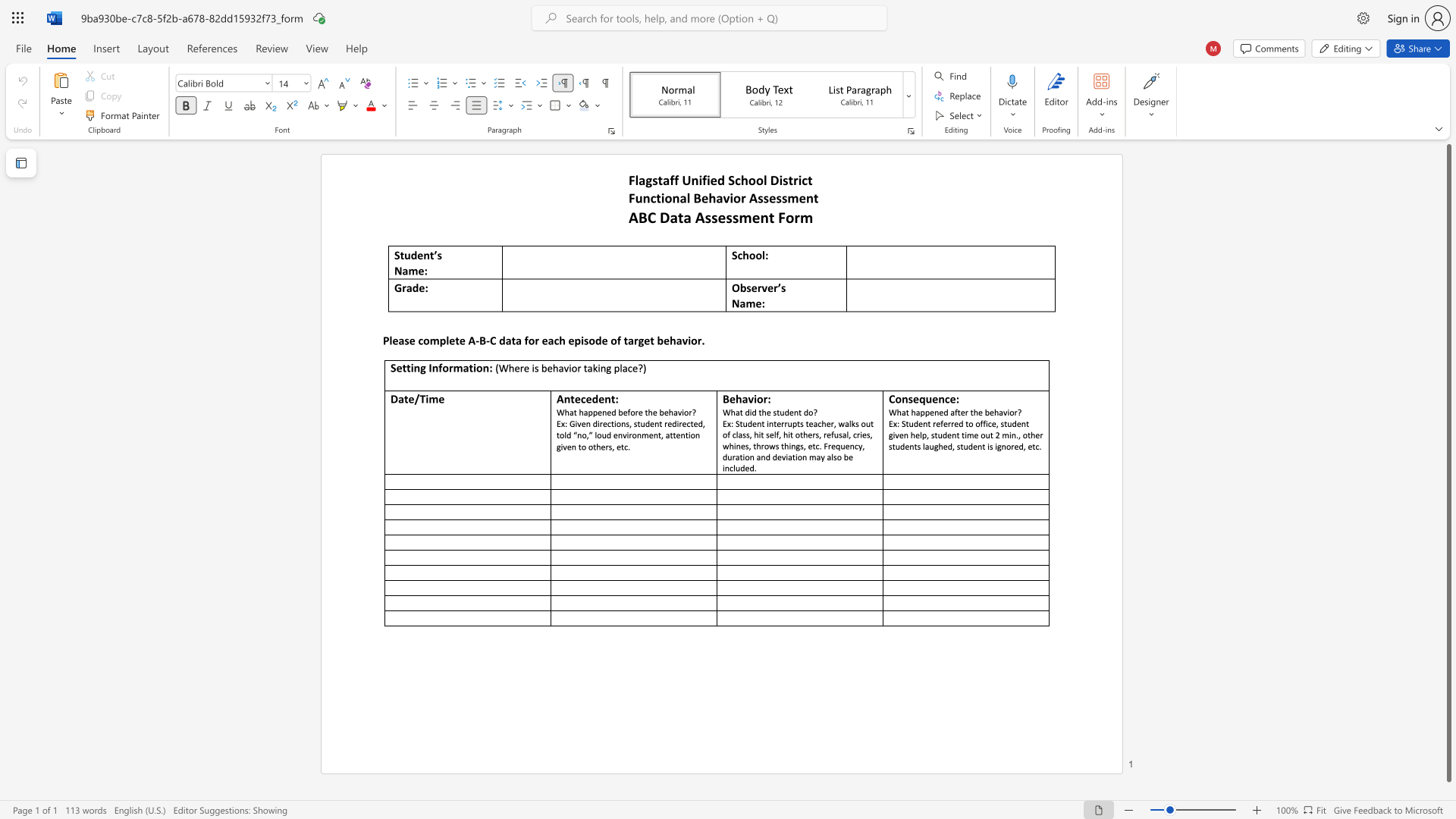  I want to click on the subset text "ay also be include" within the text ", throws things, etc. Frequency, duration and deviation may also be included.", so click(815, 456).